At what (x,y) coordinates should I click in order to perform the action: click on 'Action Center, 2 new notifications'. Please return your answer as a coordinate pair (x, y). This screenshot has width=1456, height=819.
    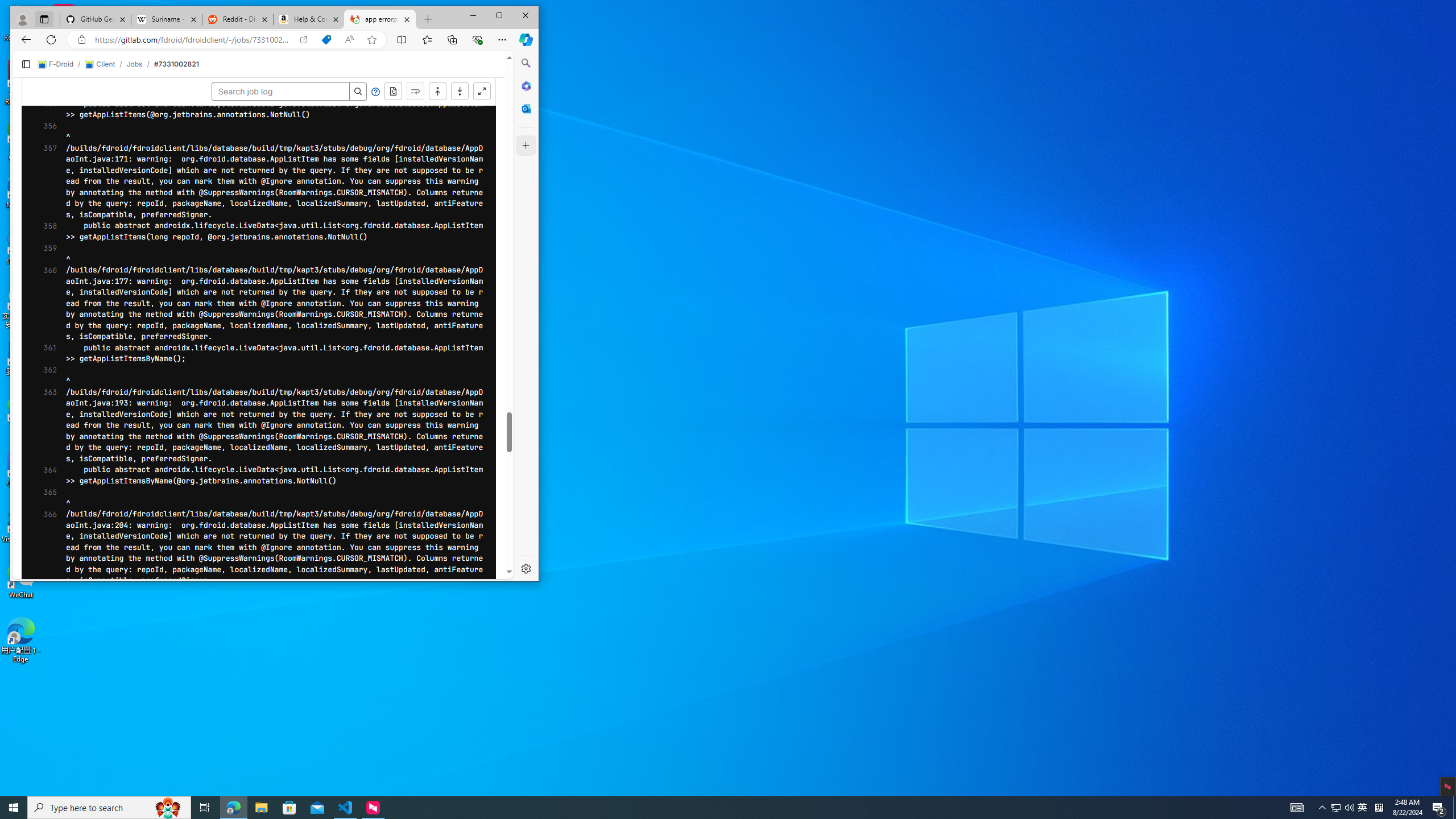
    Looking at the image, I should click on (1439, 806).